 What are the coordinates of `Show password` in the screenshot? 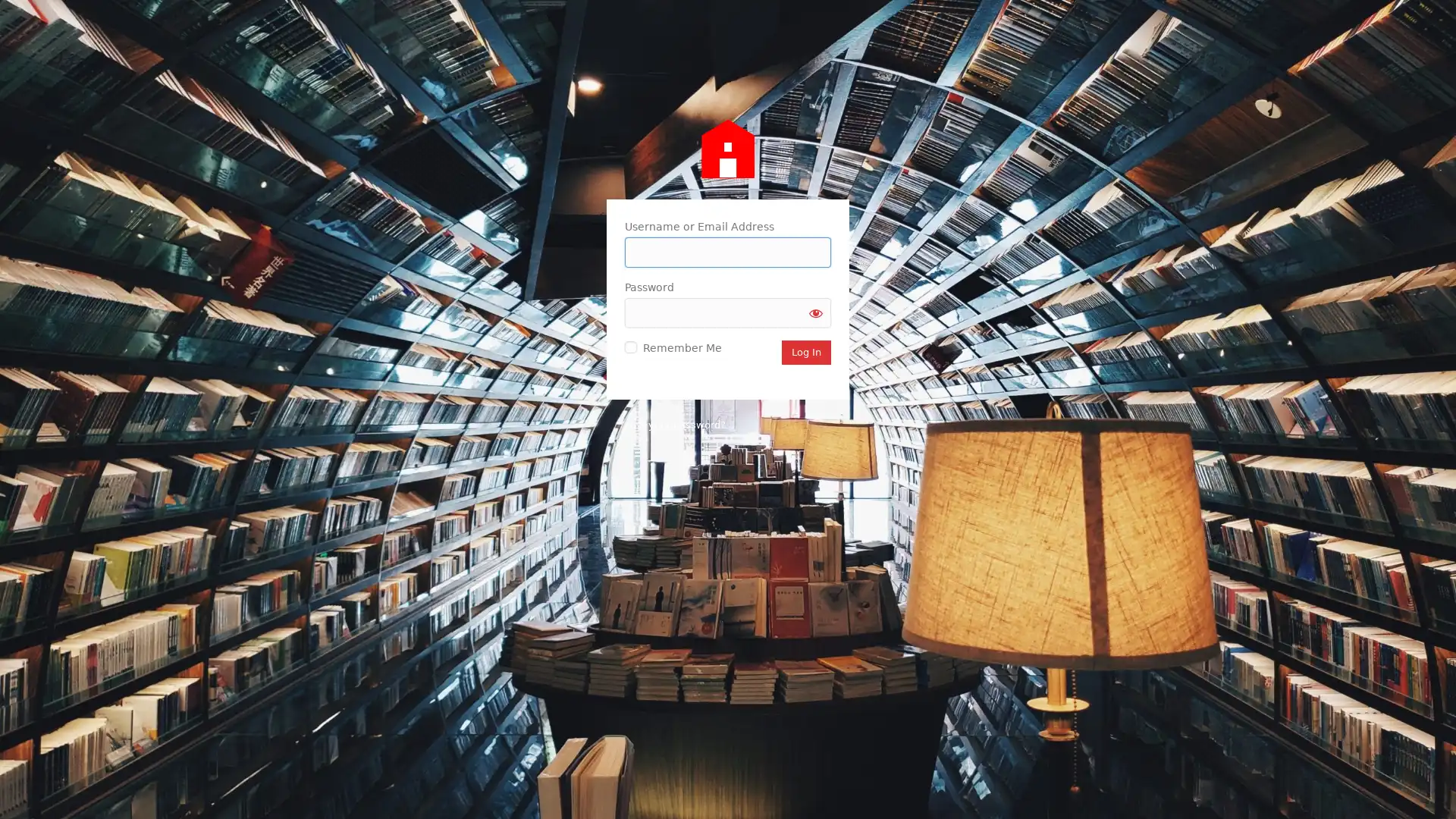 It's located at (814, 312).